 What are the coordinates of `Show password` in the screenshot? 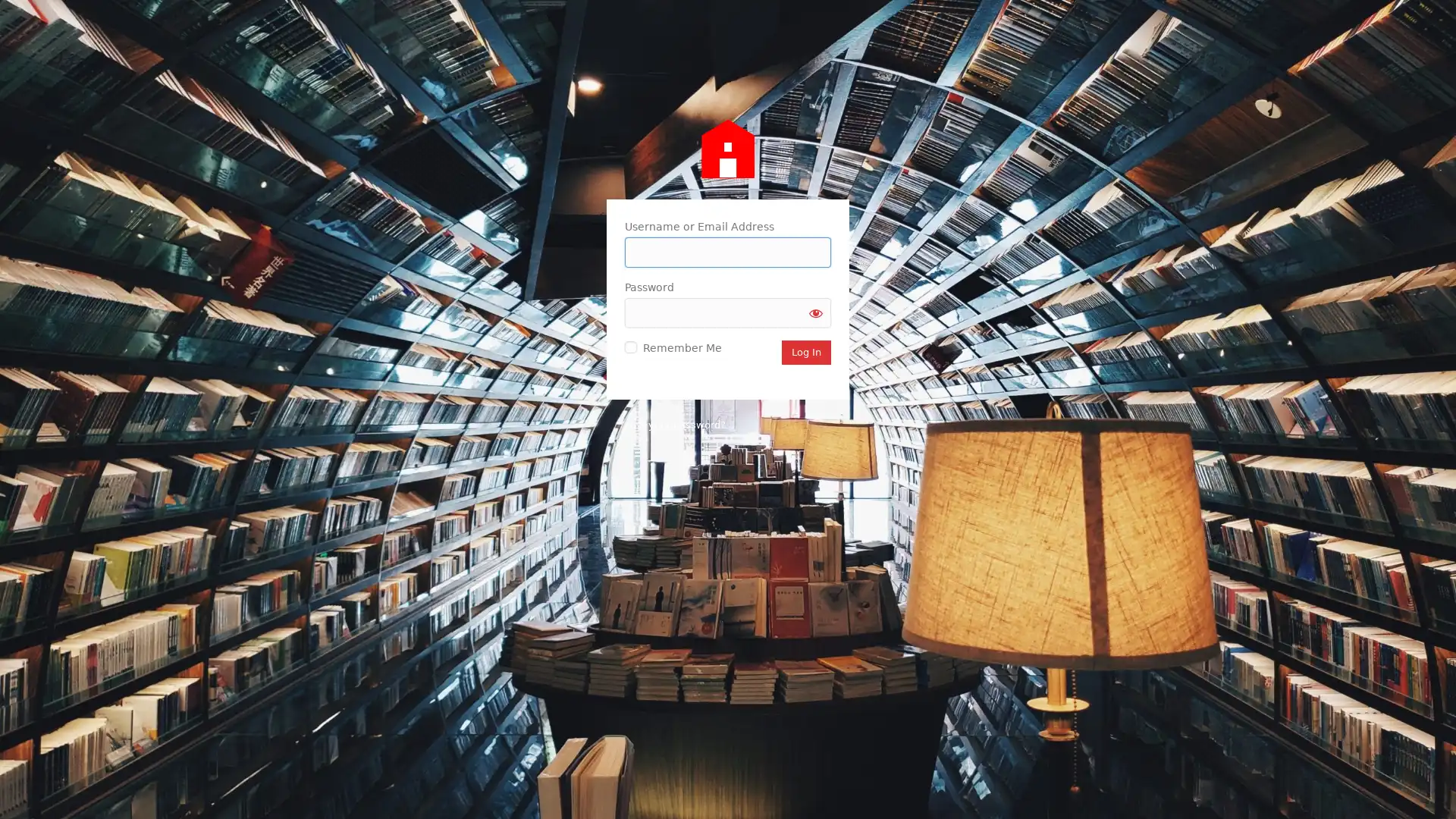 It's located at (814, 312).